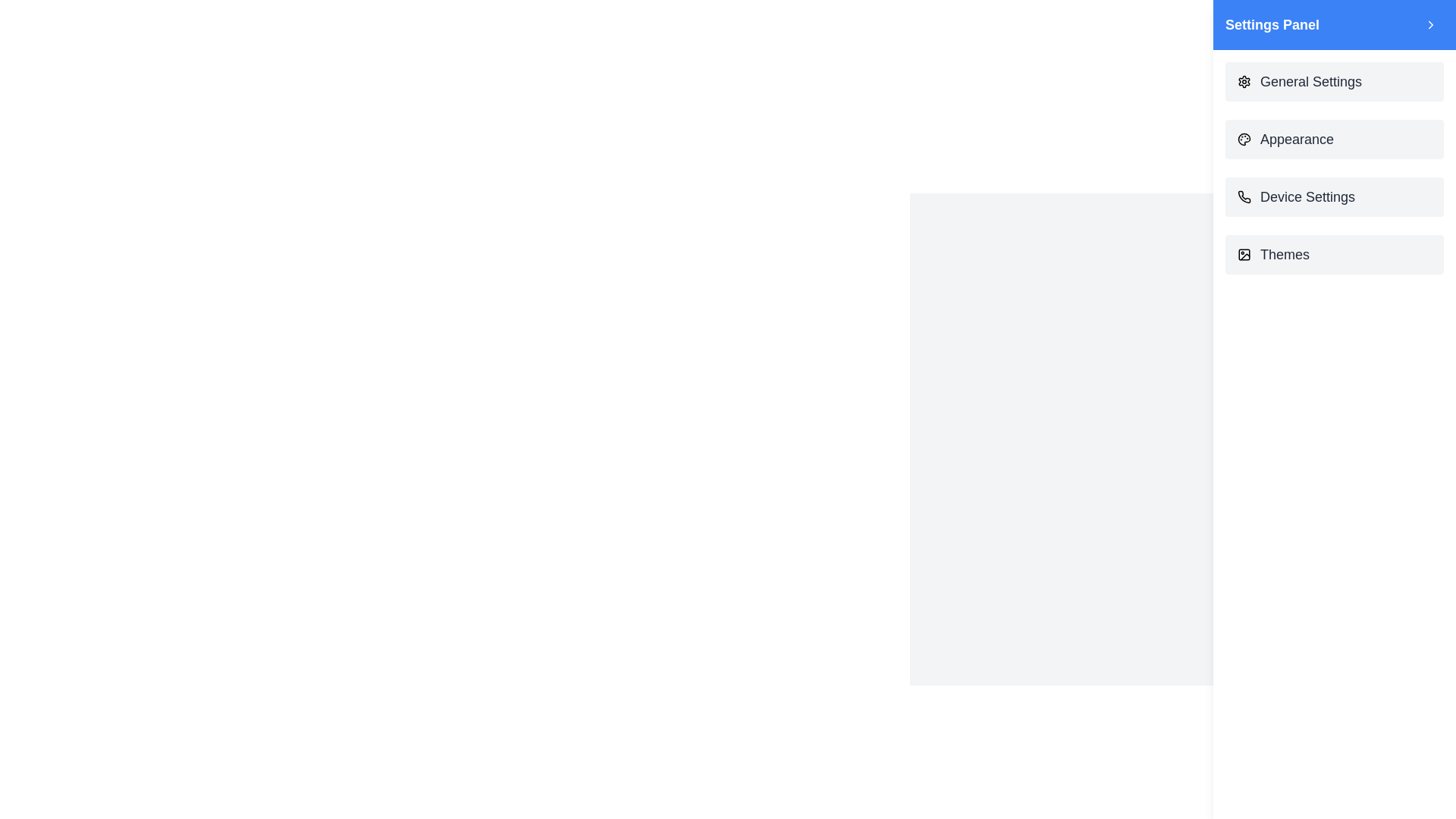 The width and height of the screenshot is (1456, 819). I want to click on the phone-related settings icon located to the left of the 'Device Settings' text in the settings panel, so click(1244, 196).